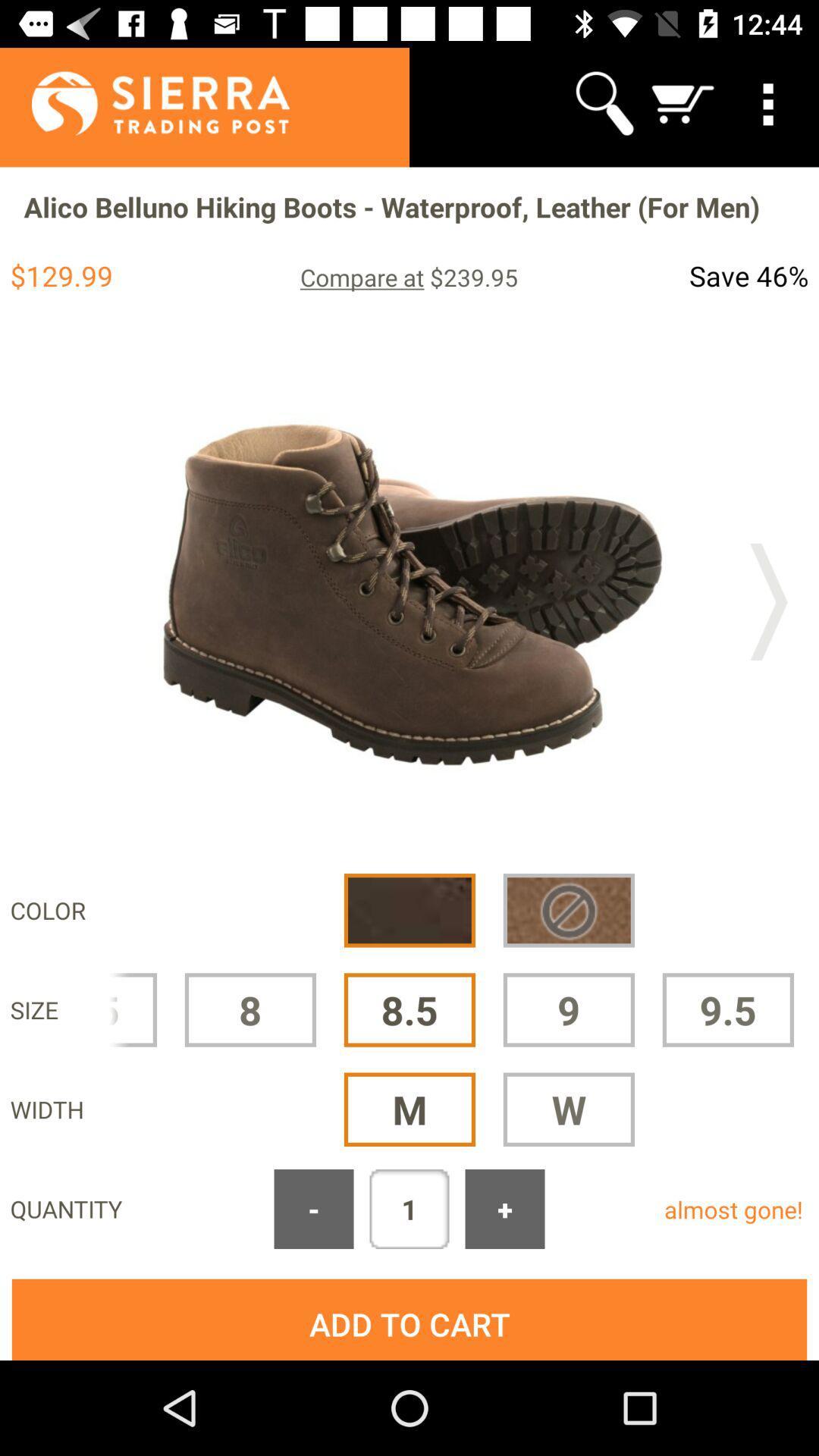  Describe the element at coordinates (505, 1208) in the screenshot. I see `the + button` at that location.